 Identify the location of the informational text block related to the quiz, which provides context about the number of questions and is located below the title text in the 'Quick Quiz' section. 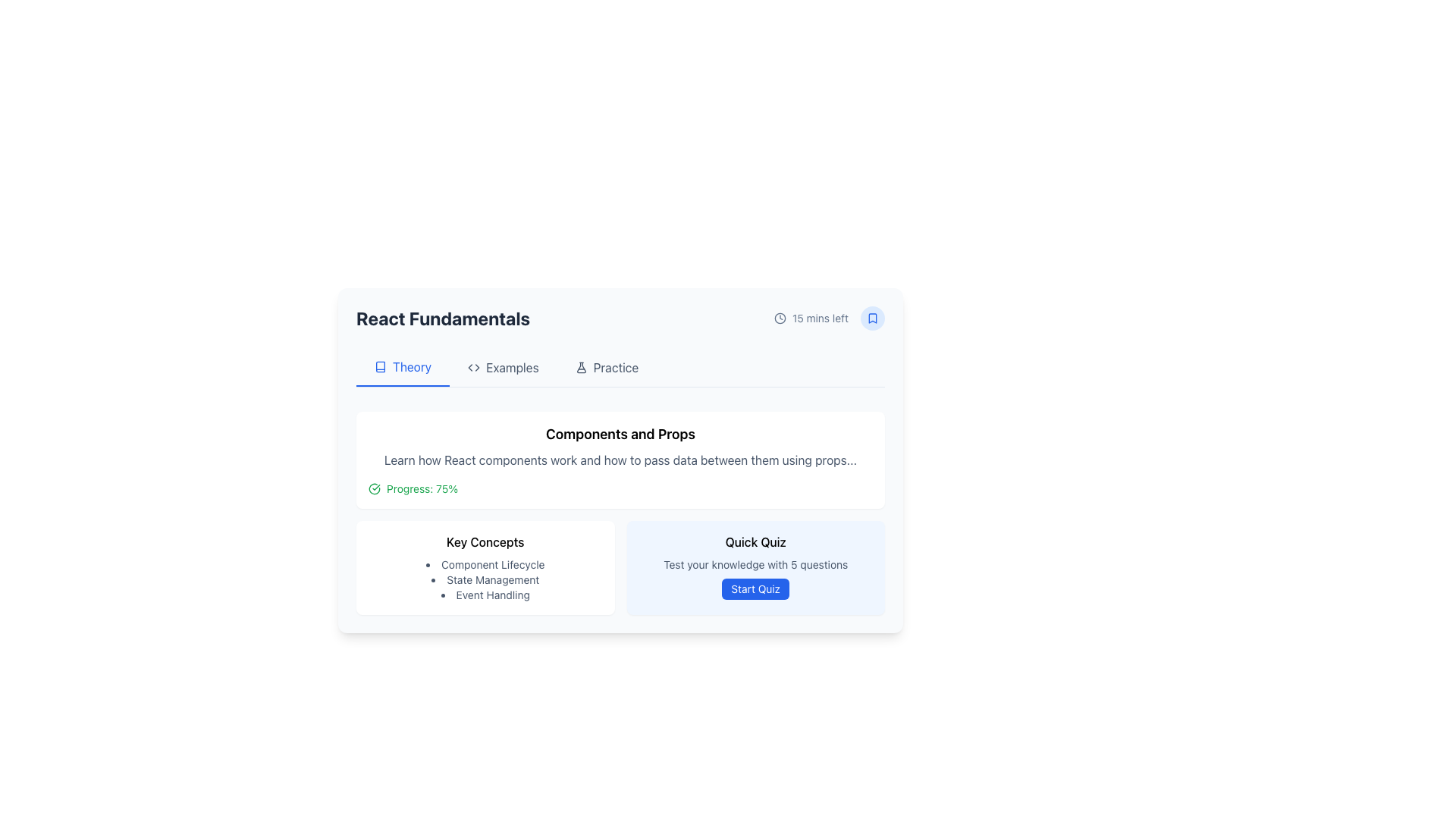
(755, 579).